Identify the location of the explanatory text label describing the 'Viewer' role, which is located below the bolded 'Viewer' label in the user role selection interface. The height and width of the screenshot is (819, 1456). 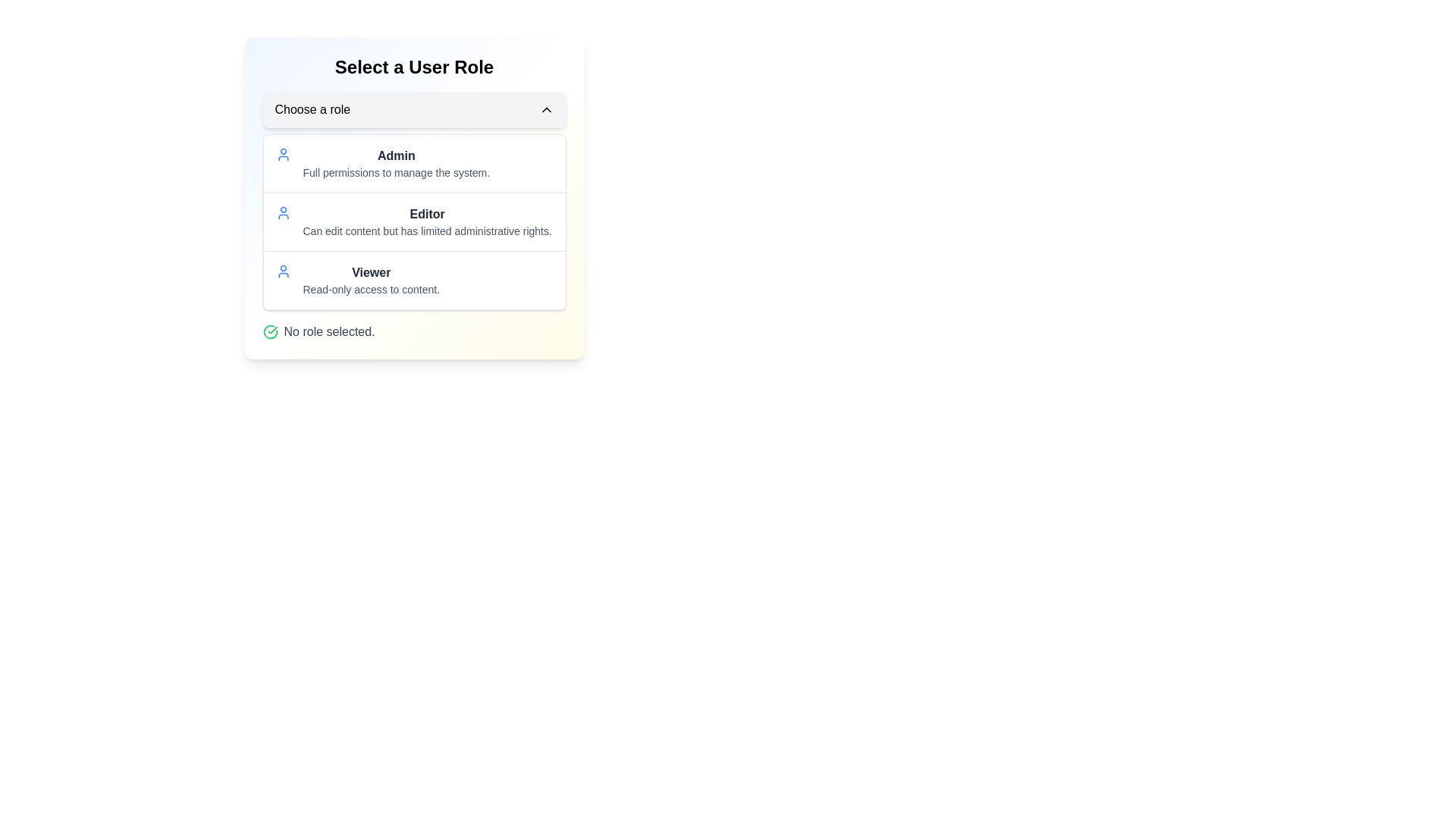
(371, 289).